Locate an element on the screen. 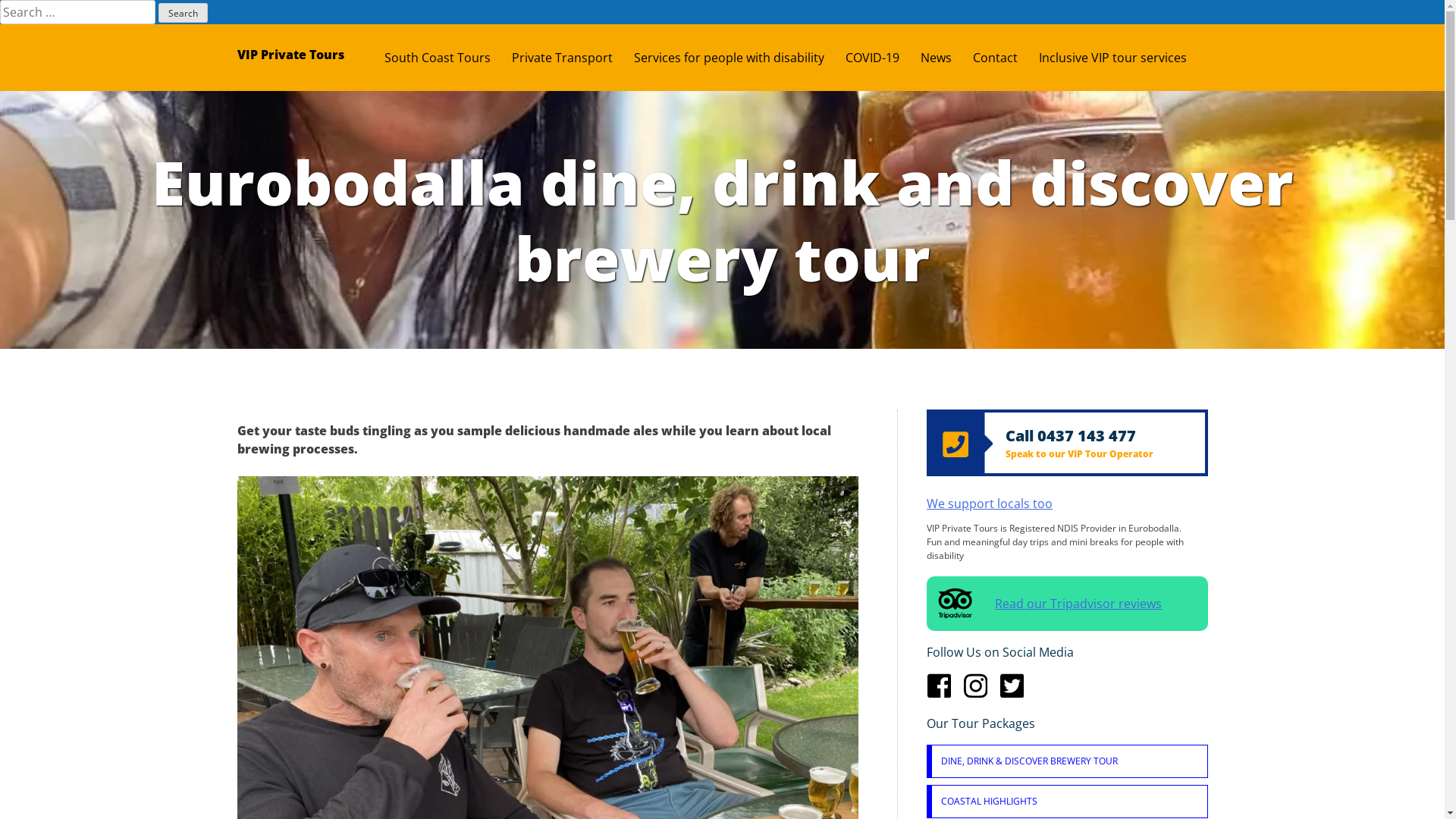 The image size is (1456, 819). 'News' is located at coordinates (946, 57).